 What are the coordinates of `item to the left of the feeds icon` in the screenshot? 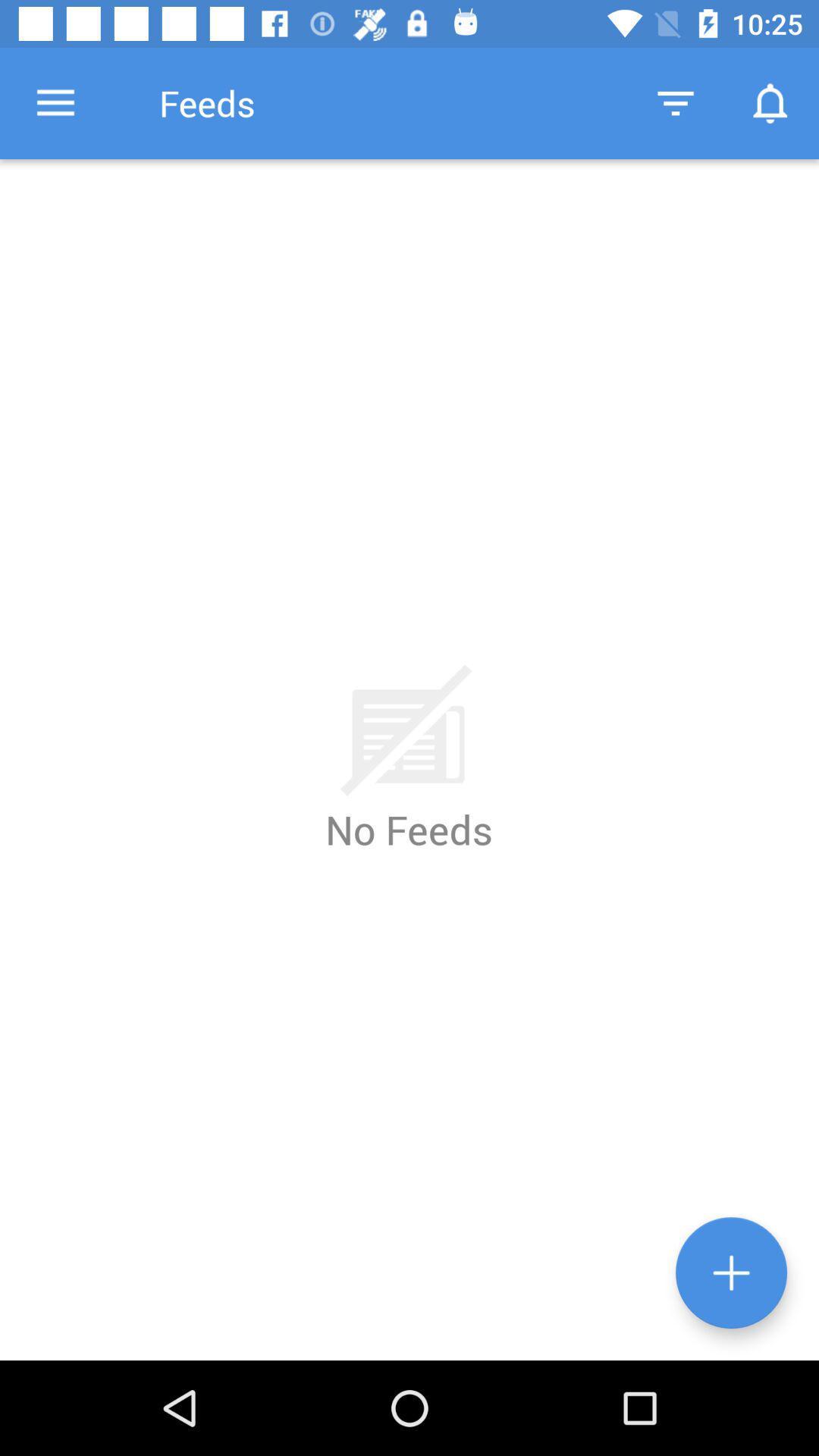 It's located at (55, 102).